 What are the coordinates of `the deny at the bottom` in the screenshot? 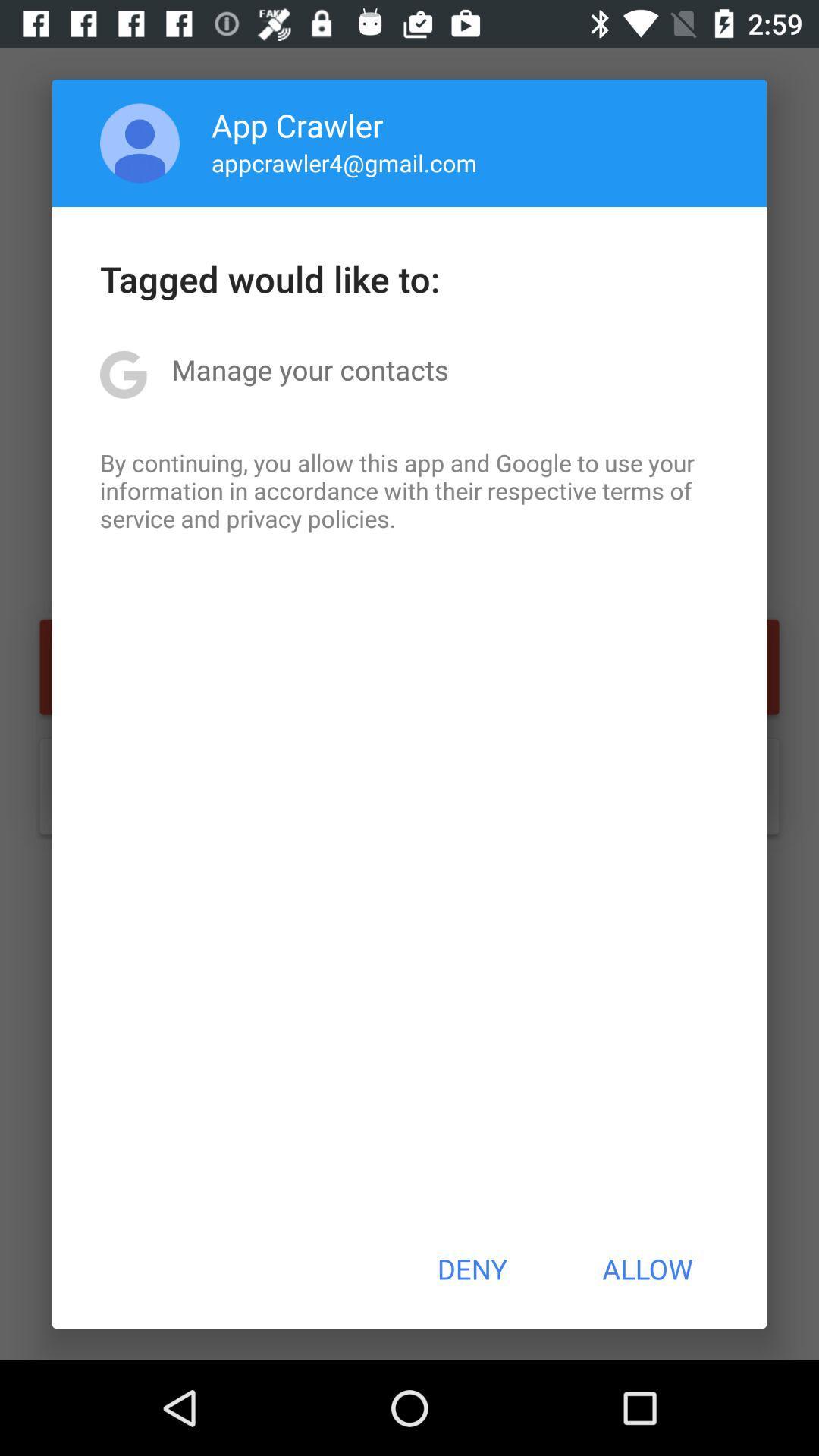 It's located at (471, 1269).